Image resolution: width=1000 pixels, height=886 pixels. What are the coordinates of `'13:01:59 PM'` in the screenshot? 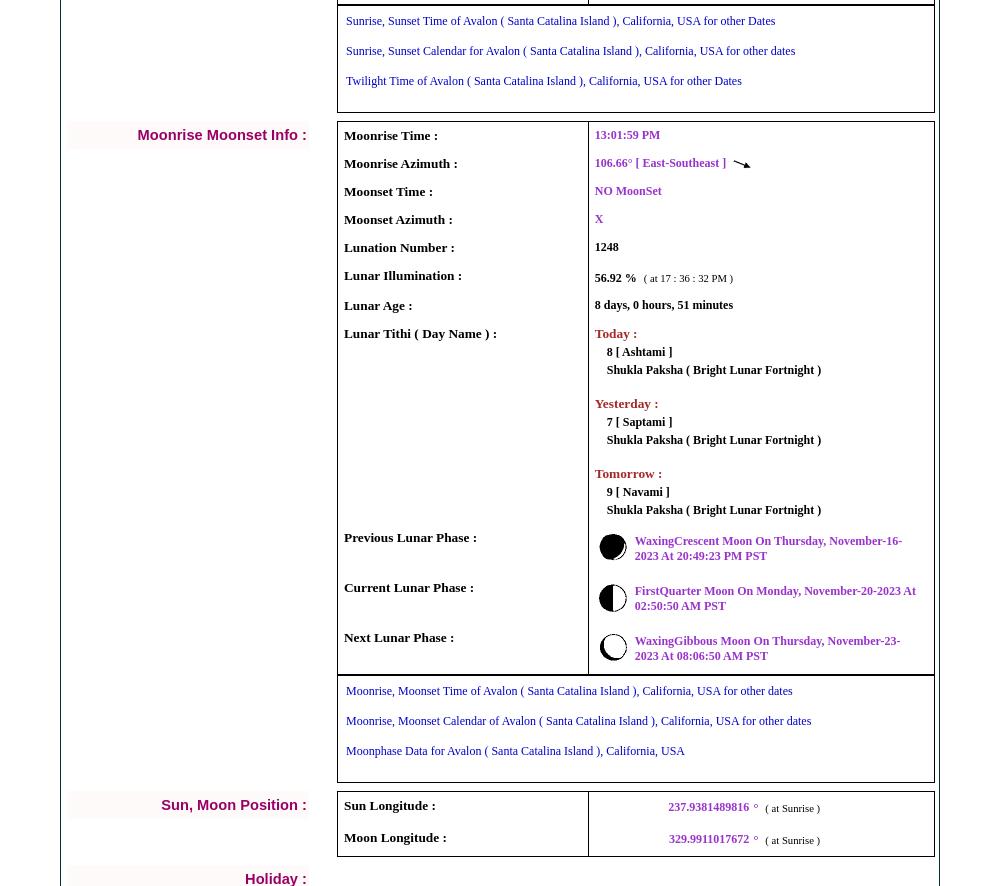 It's located at (627, 134).